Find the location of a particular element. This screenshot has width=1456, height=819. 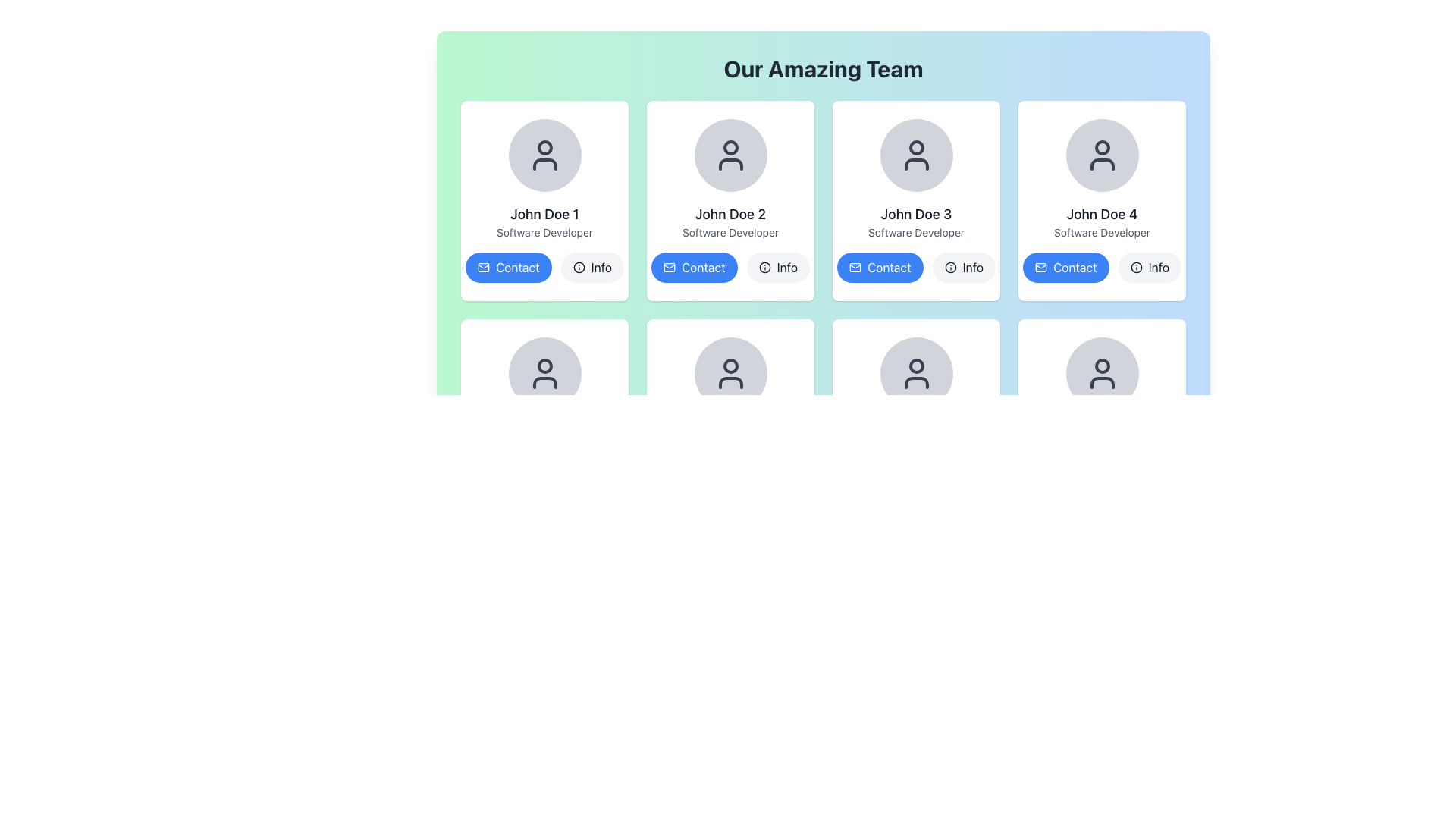

the user's avatar icon represented by a circular profile image placeholder located in the second row and first column of avatar items, with the label 'John Doe 1' and 'Software Developer' above it is located at coordinates (544, 374).